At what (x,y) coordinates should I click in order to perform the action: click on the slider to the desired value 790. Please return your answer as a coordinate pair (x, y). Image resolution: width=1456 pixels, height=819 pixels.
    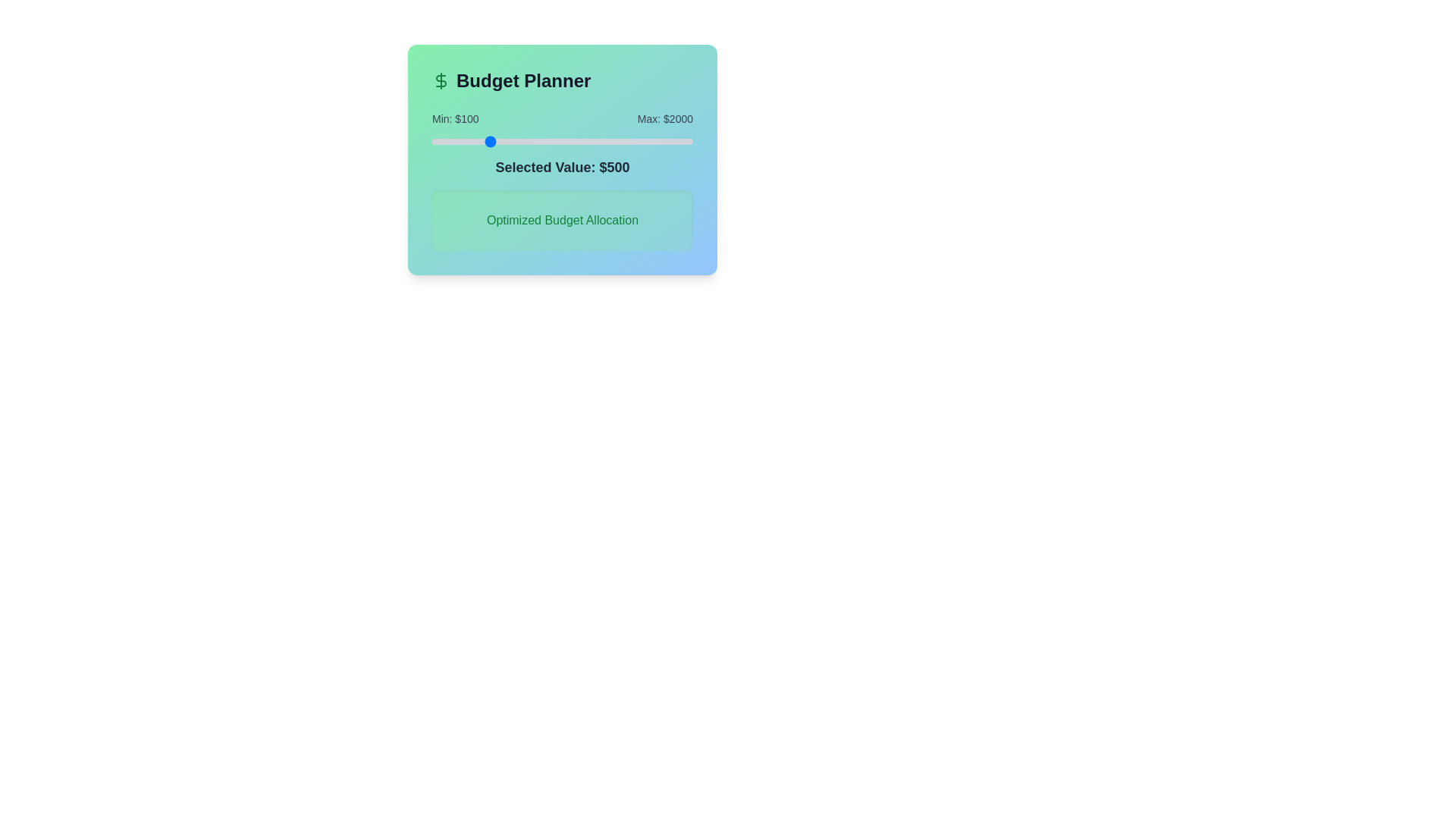
    Looking at the image, I should click on (526, 141).